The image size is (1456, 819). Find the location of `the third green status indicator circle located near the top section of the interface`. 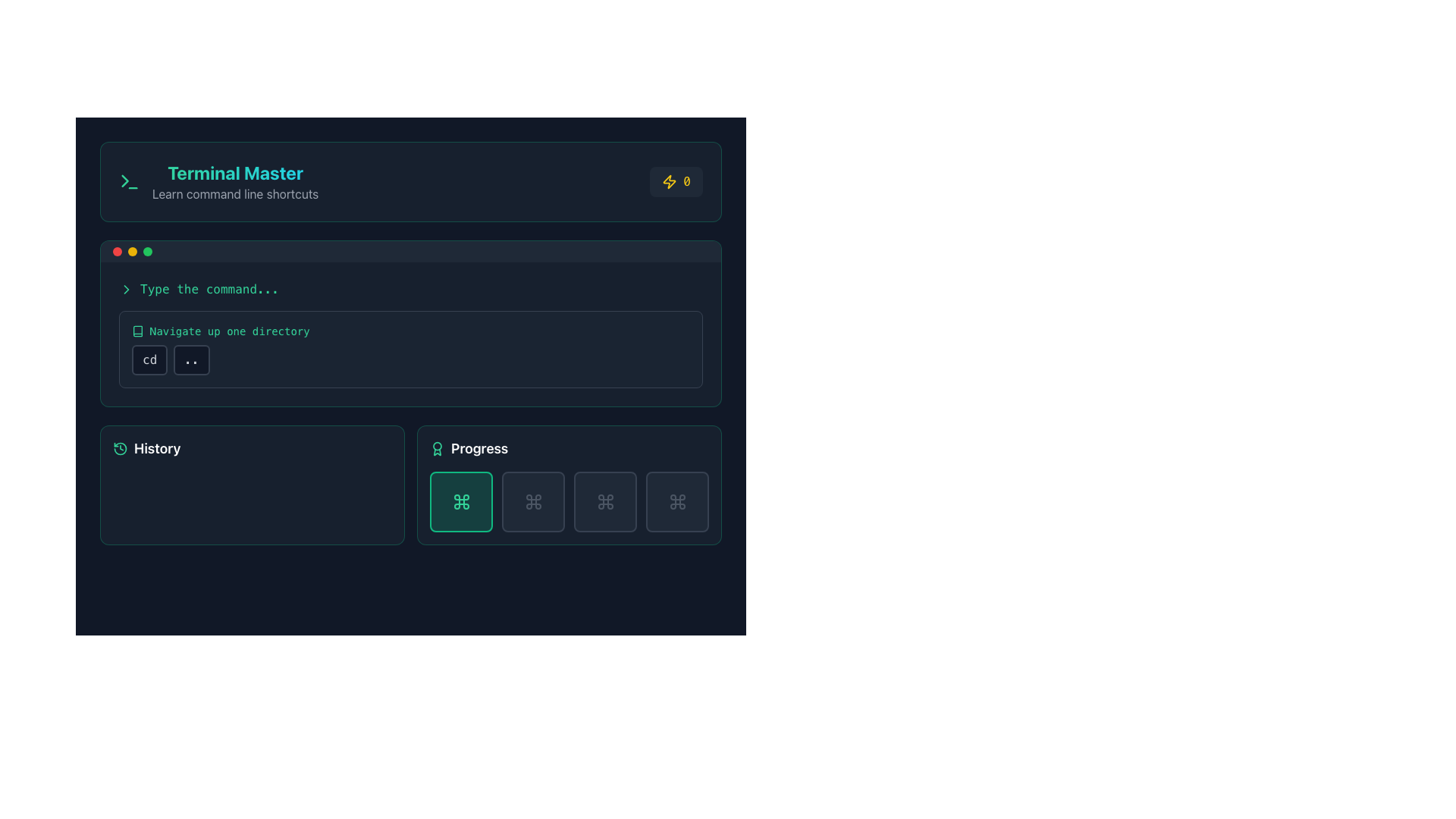

the third green status indicator circle located near the top section of the interface is located at coordinates (148, 250).